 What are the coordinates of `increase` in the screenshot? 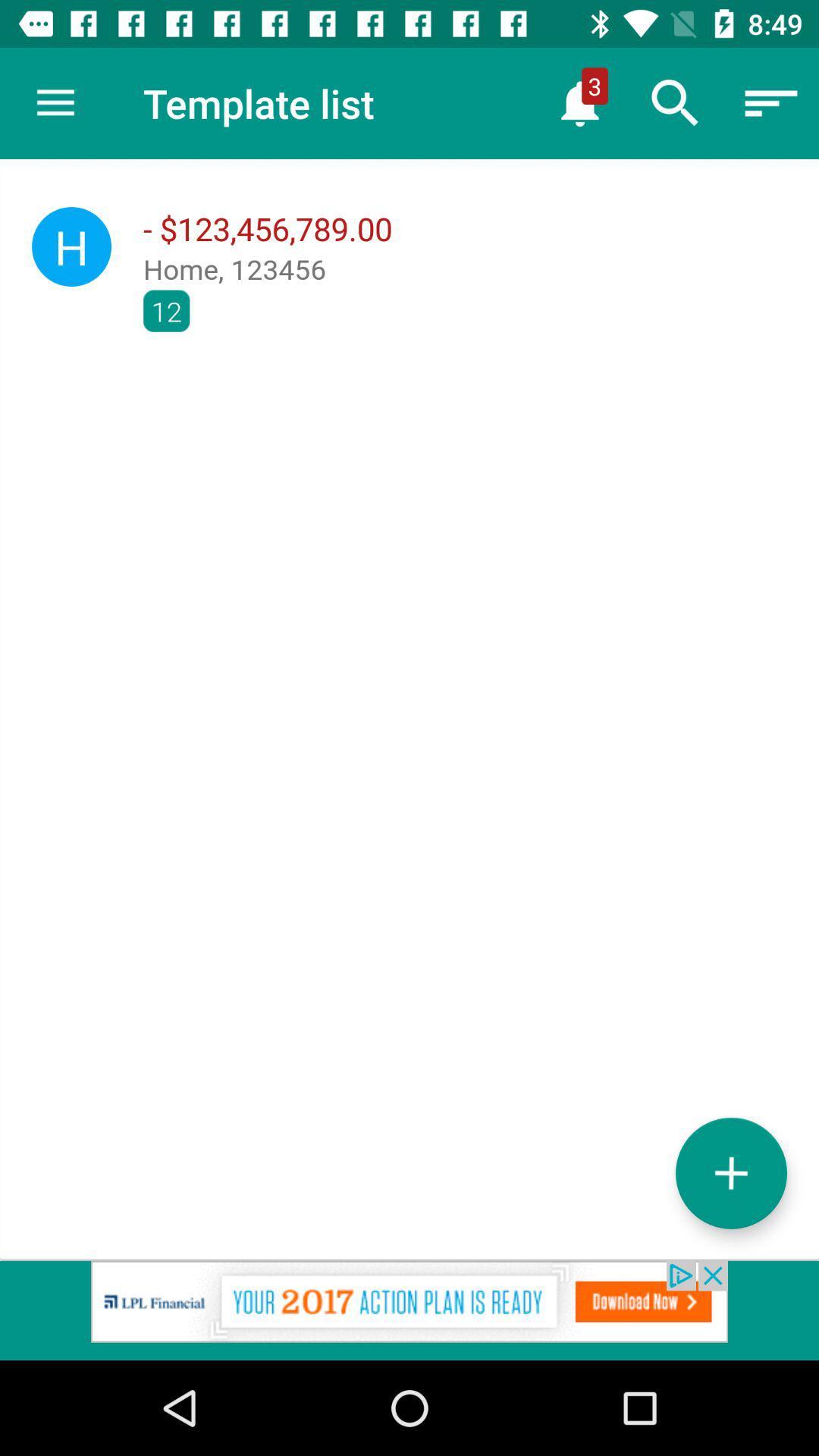 It's located at (730, 1172).